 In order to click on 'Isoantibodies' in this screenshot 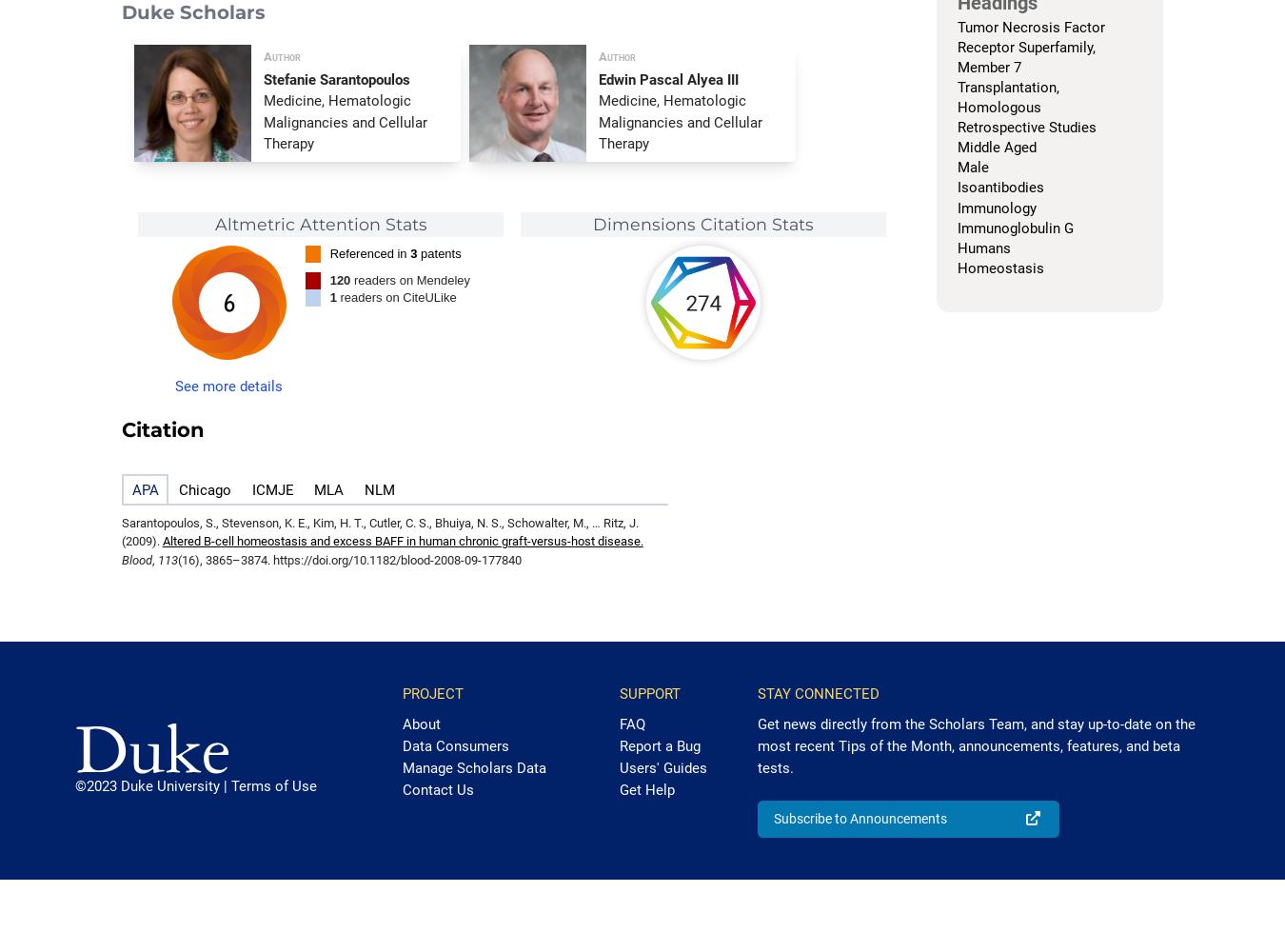, I will do `click(999, 187)`.